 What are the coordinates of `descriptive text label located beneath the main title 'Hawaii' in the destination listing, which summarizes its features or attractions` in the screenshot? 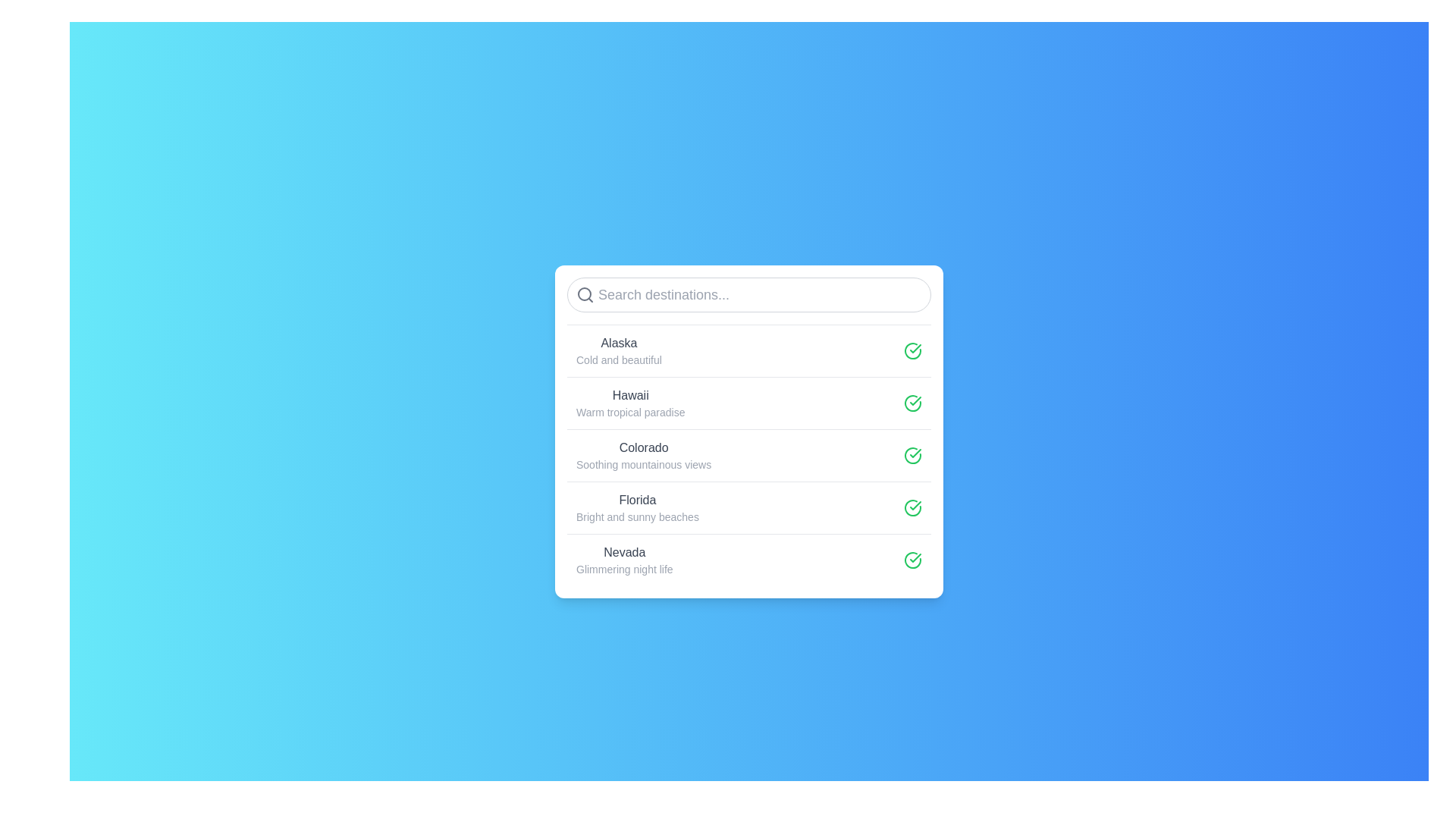 It's located at (630, 412).